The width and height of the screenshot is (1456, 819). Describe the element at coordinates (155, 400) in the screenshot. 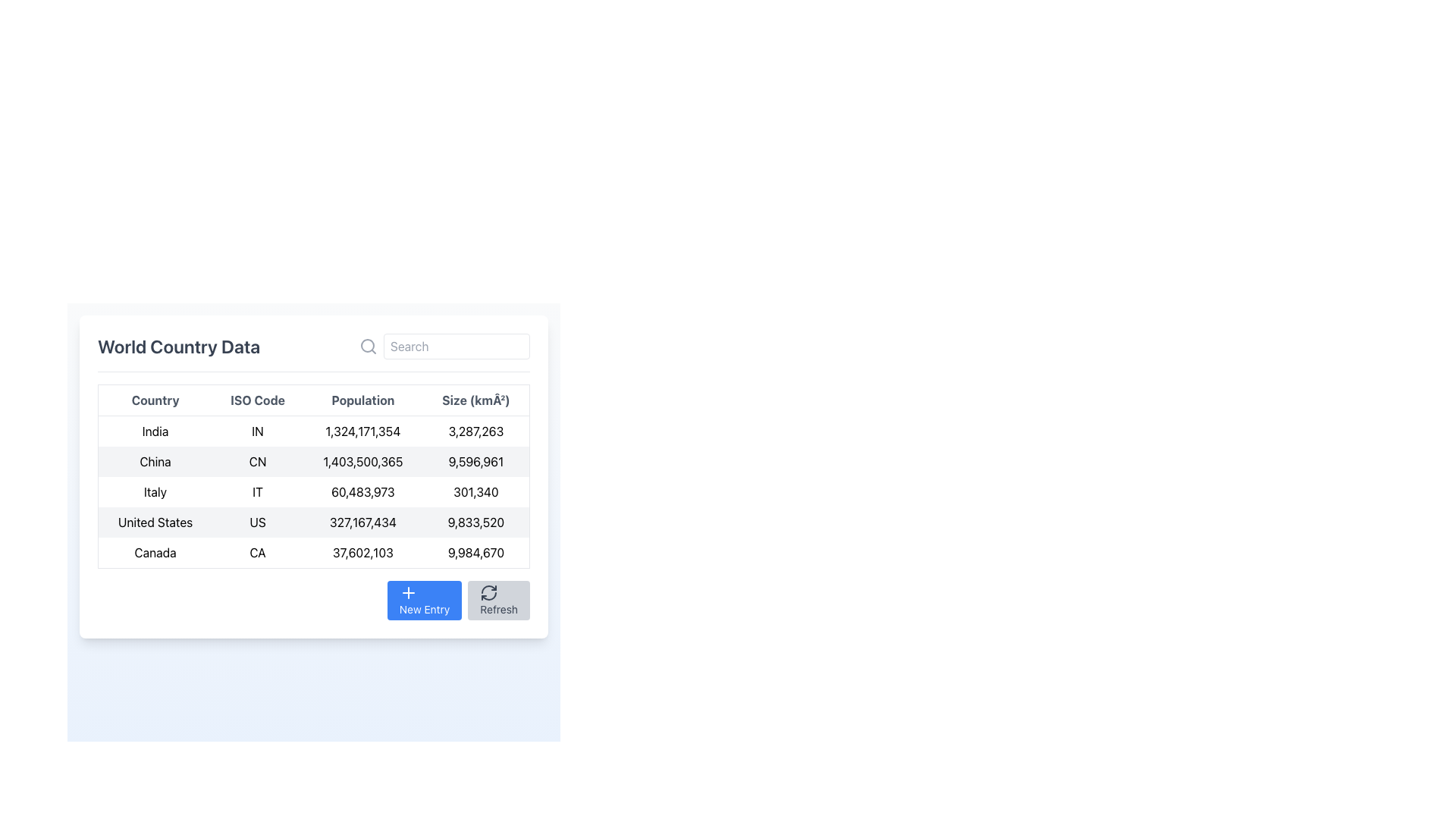

I see `the 'Country' text label, which is the first column header in the table of column titles, styled in bold font and left-aligned with padding` at that location.